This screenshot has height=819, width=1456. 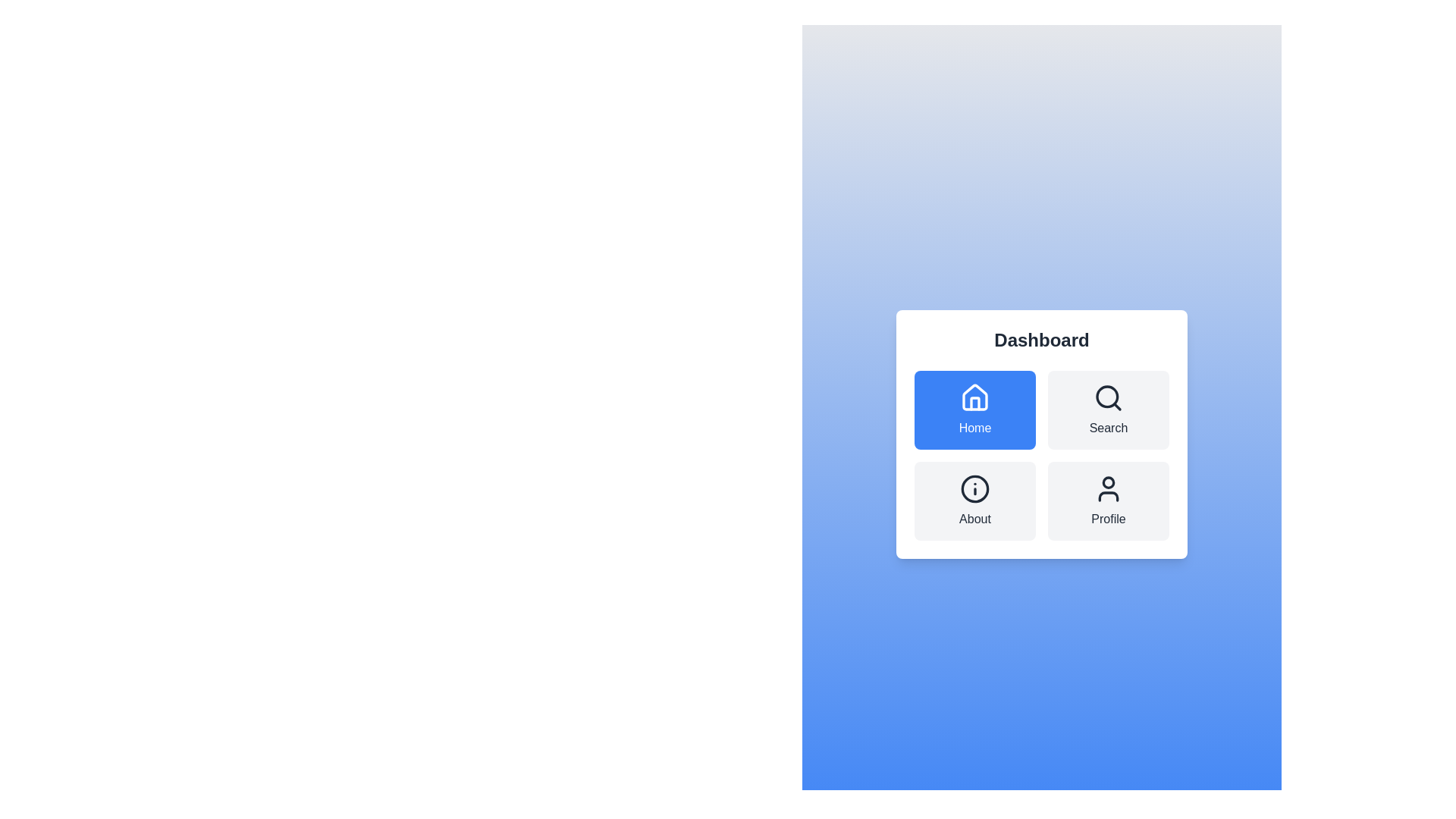 What do you see at coordinates (1109, 488) in the screenshot?
I see `the 'Profile' icon located in the bottom-right corner of the grid layout, which visually represents the 'Profile' section of the interface` at bounding box center [1109, 488].